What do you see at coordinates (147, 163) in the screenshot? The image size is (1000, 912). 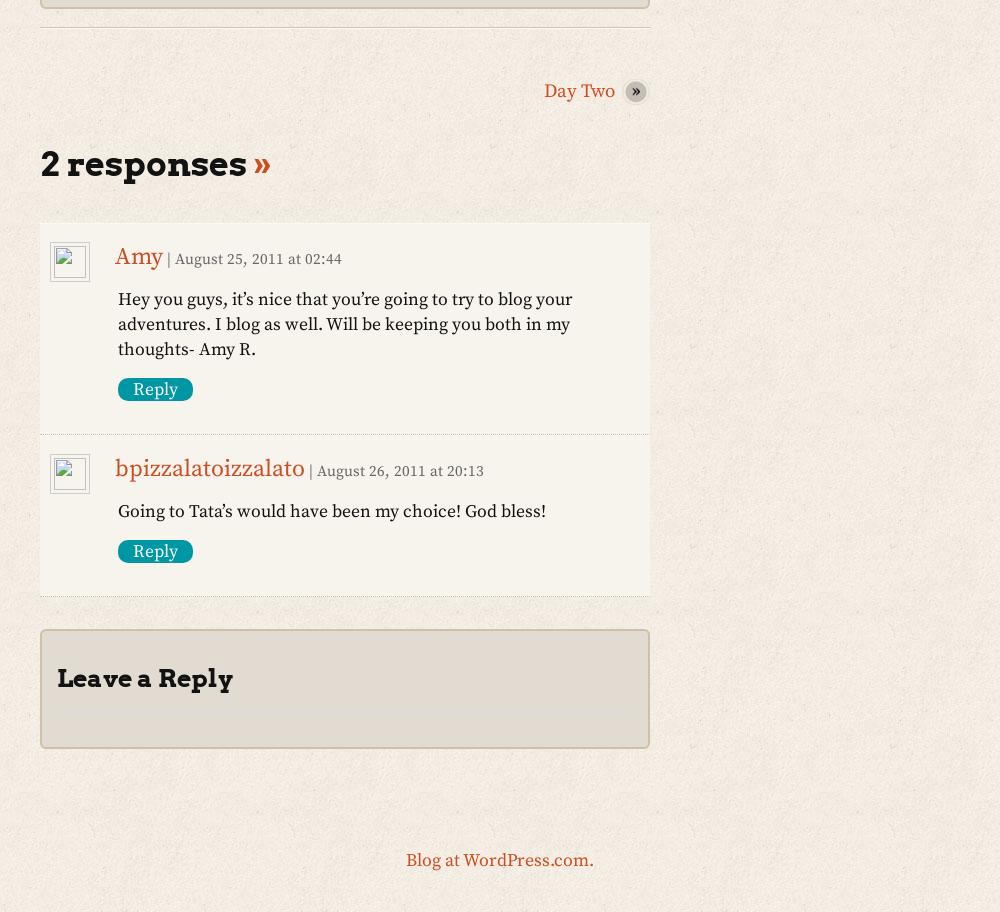 I see `'2 responses'` at bounding box center [147, 163].